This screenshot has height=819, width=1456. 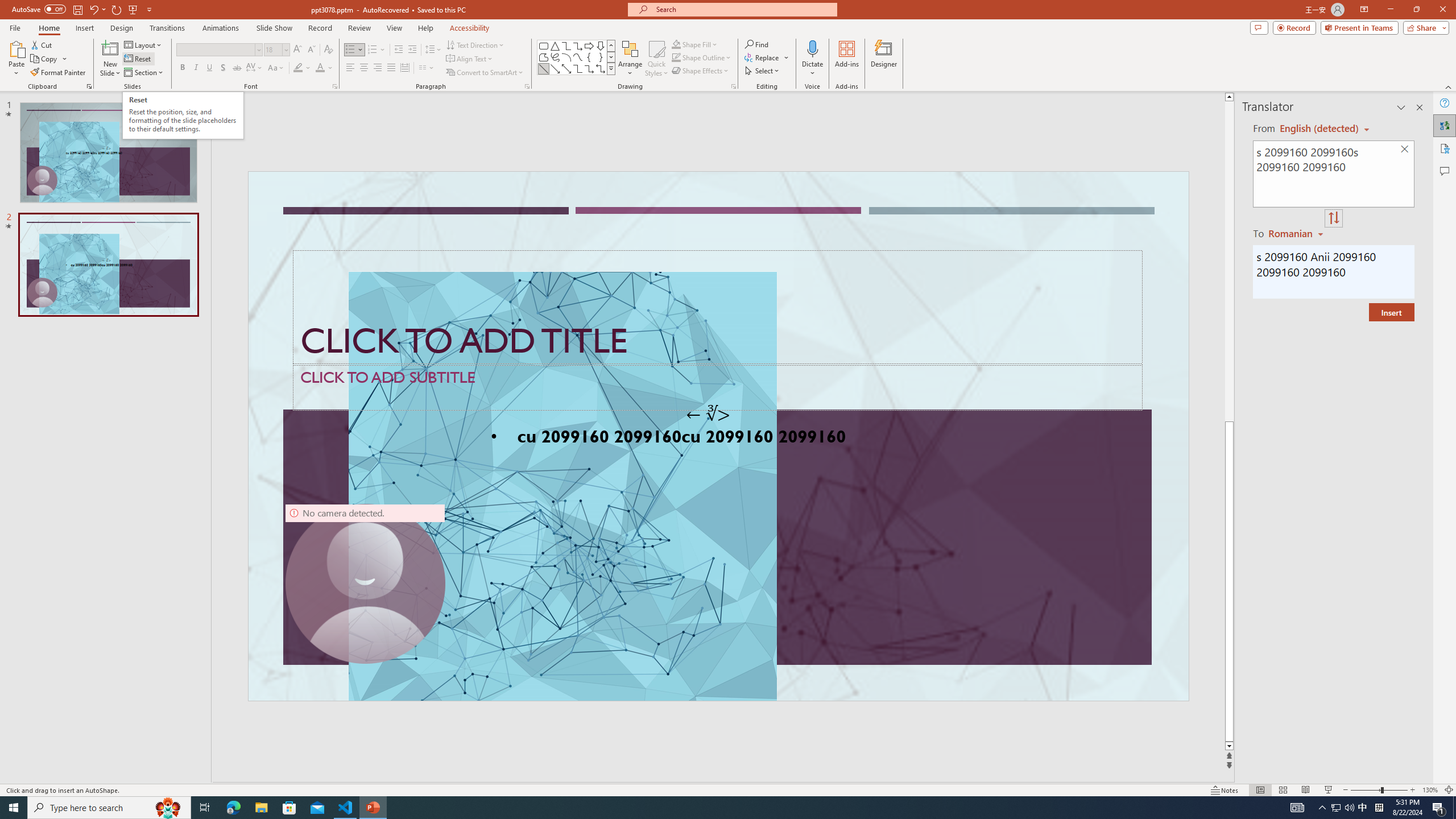 What do you see at coordinates (577, 56) in the screenshot?
I see `'Curve'` at bounding box center [577, 56].